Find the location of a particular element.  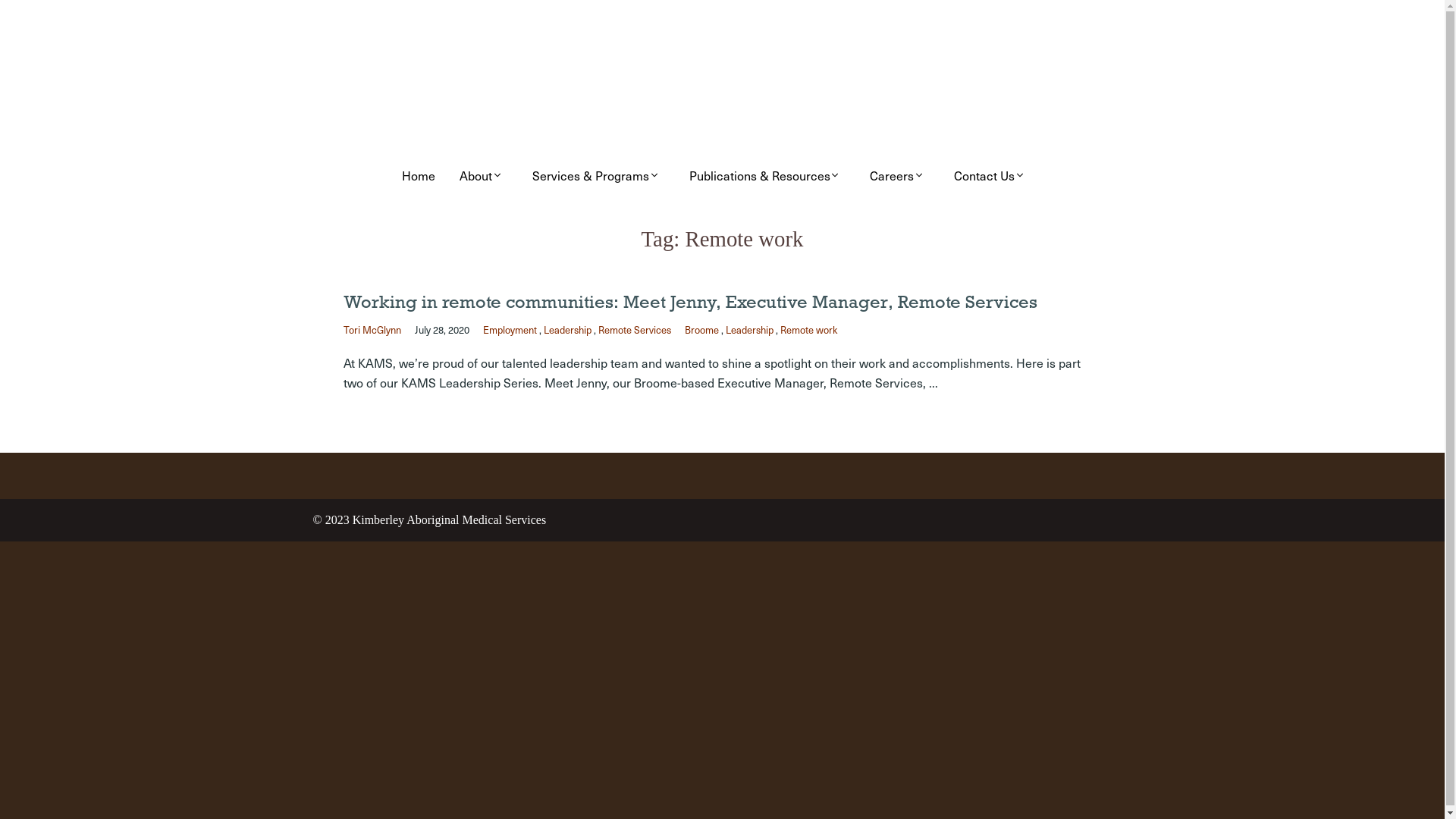

'Tori McGlynn' is located at coordinates (341, 328).